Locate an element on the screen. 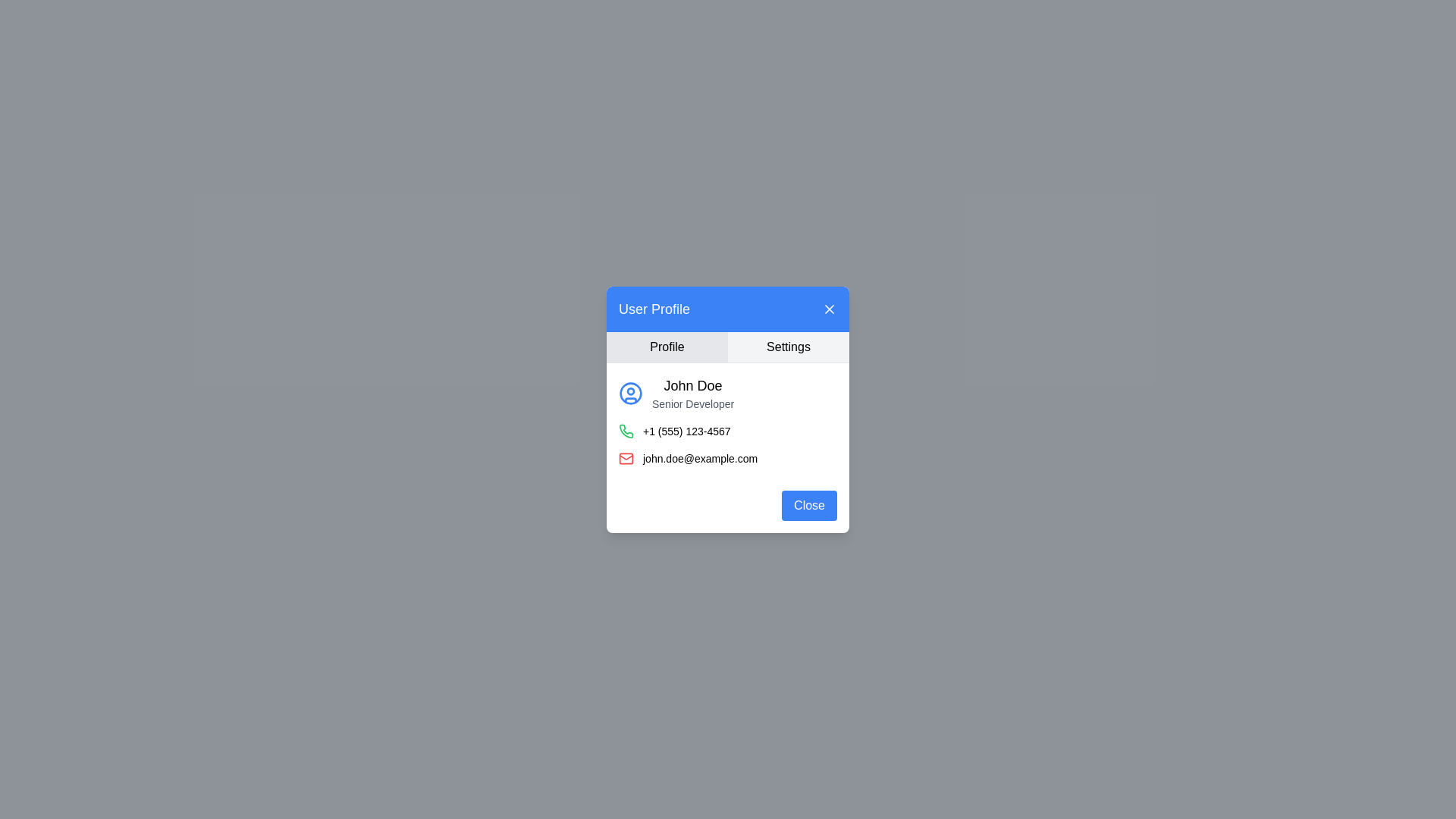 This screenshot has width=1456, height=819. the Contact Information Display element that shows the user's email address, positioned below the phone number entry and above the 'Close' button is located at coordinates (728, 457).